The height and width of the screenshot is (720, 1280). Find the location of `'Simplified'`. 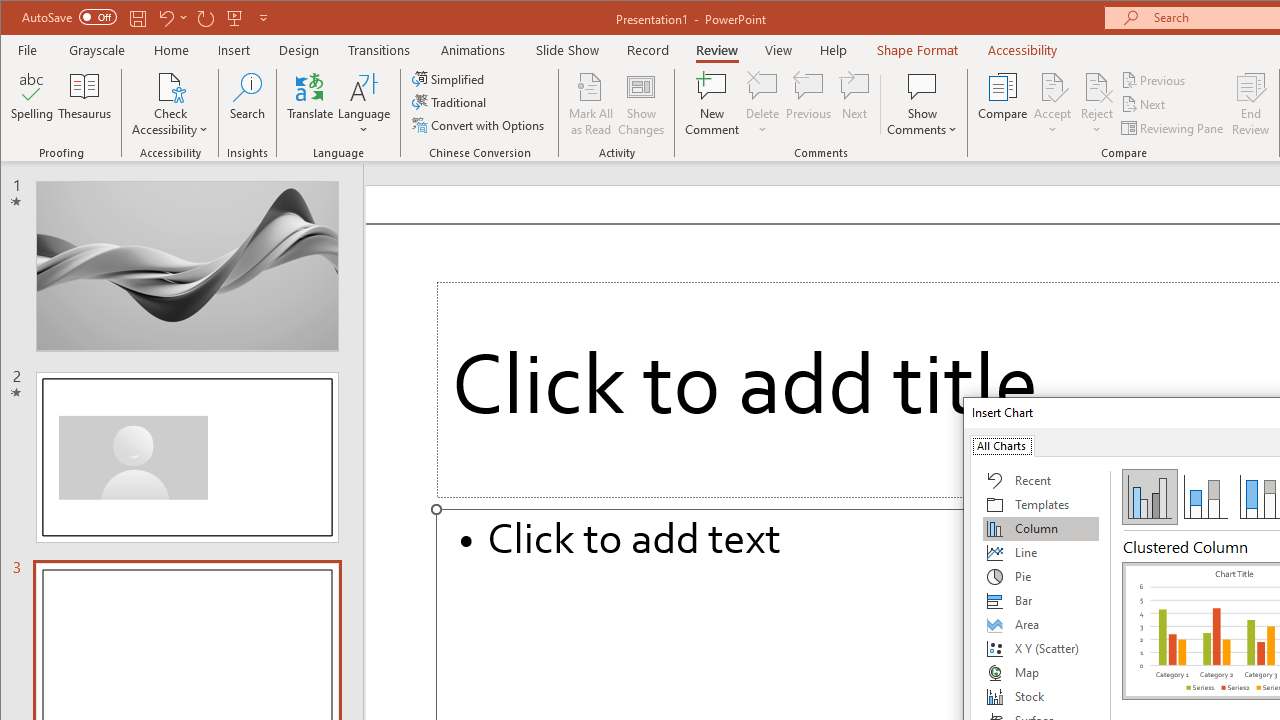

'Simplified' is located at coordinates (449, 78).